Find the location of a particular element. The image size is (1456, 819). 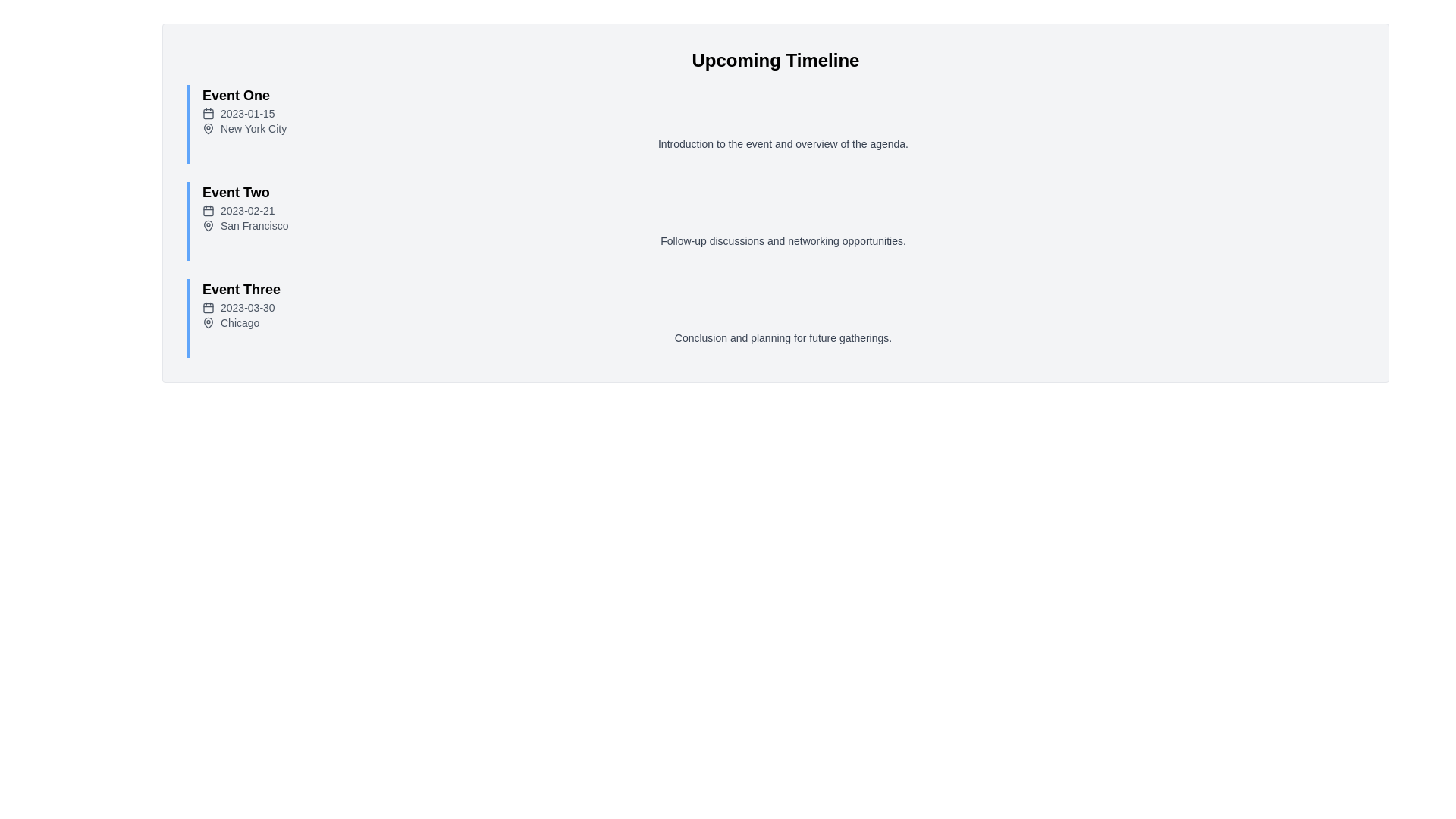

the central area of the rectangle with rounded corners within the calendar icon graphic next to the text '2023-03-30' under the 'Event Three' section in the 'Upcoming Timeline' list is located at coordinates (207, 307).